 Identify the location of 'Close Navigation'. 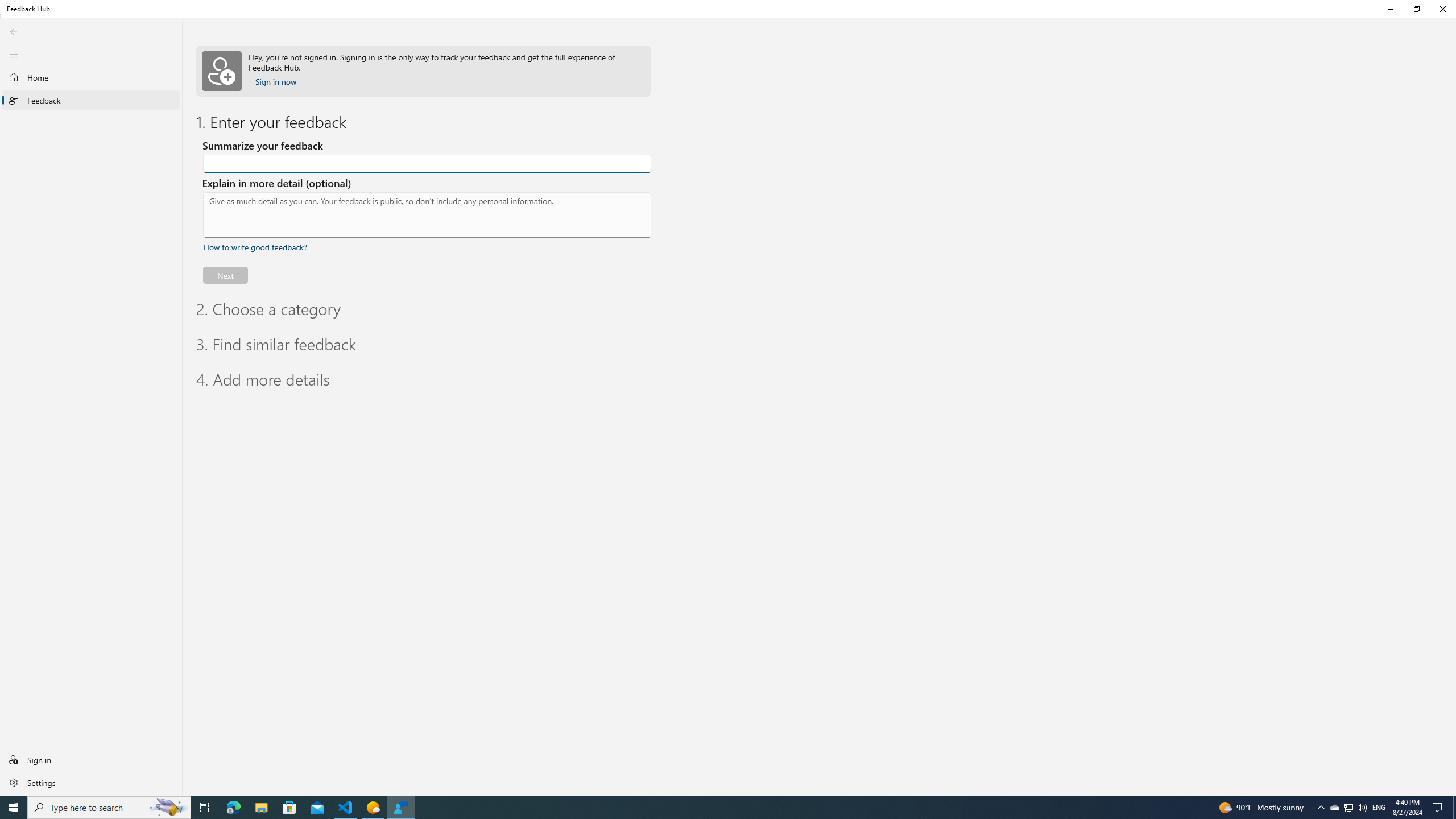
(14, 54).